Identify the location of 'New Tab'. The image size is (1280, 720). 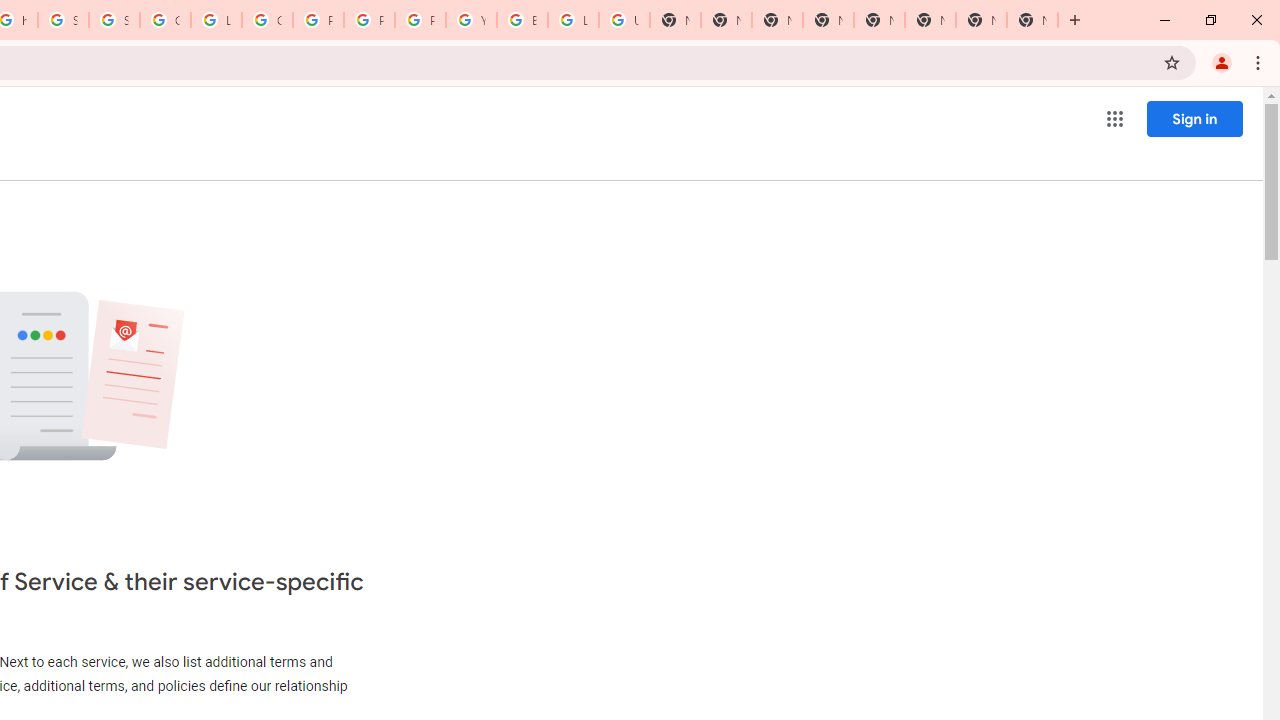
(1032, 20).